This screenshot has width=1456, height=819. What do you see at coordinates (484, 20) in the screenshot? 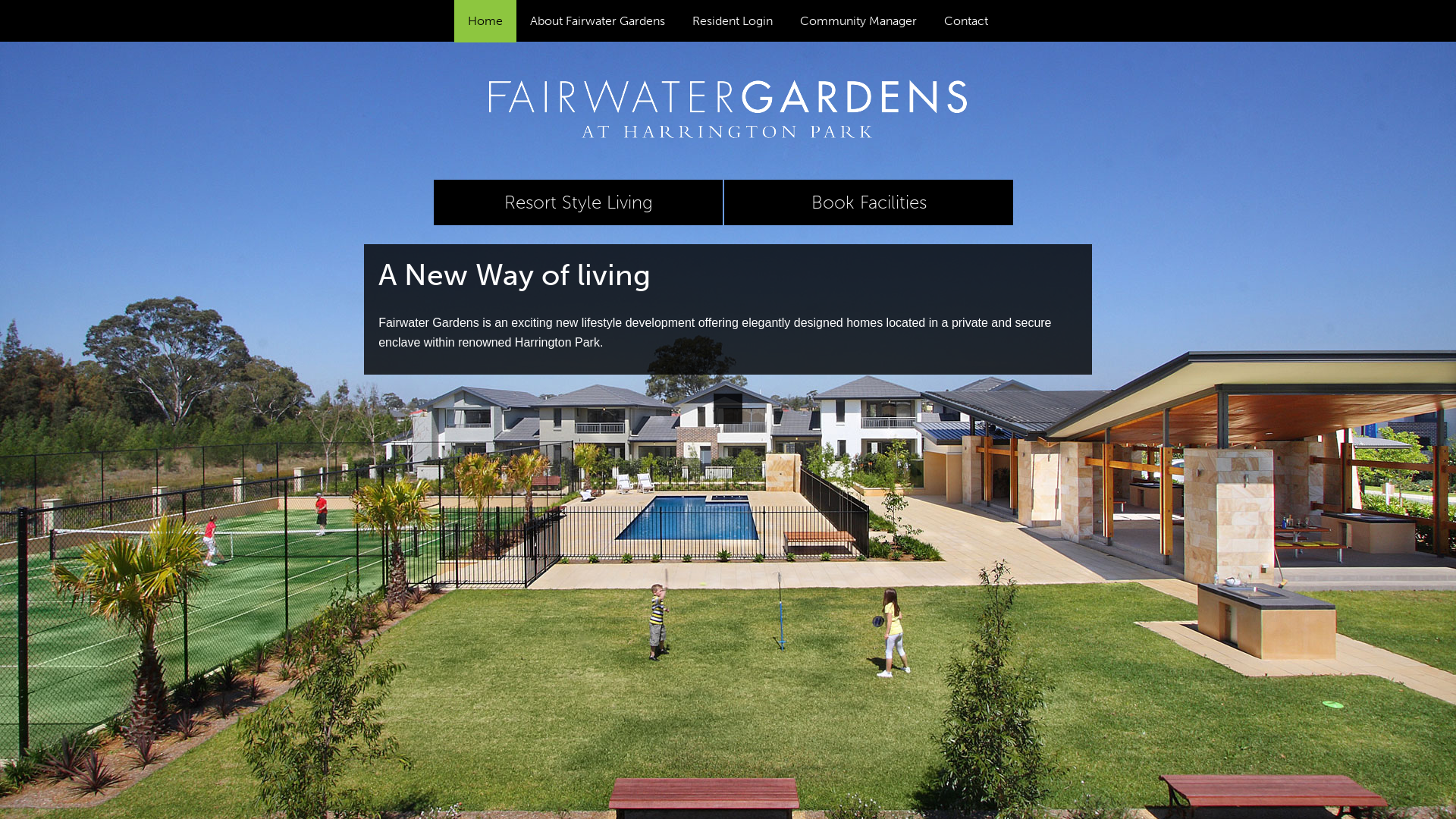
I see `'Home'` at bounding box center [484, 20].